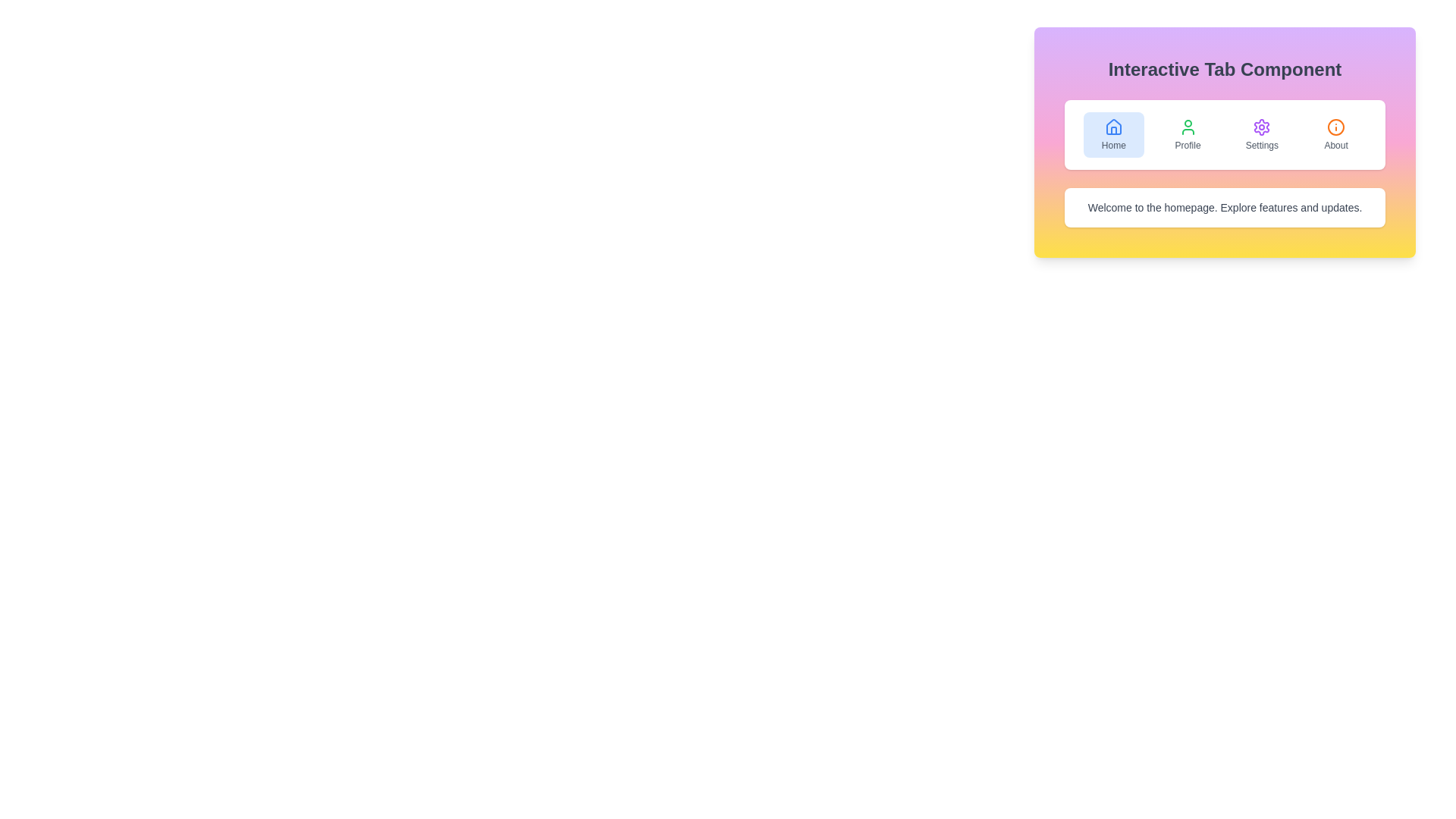 The image size is (1456, 819). What do you see at coordinates (1187, 133) in the screenshot?
I see `the tab button labeled Profile to view its hover effect` at bounding box center [1187, 133].